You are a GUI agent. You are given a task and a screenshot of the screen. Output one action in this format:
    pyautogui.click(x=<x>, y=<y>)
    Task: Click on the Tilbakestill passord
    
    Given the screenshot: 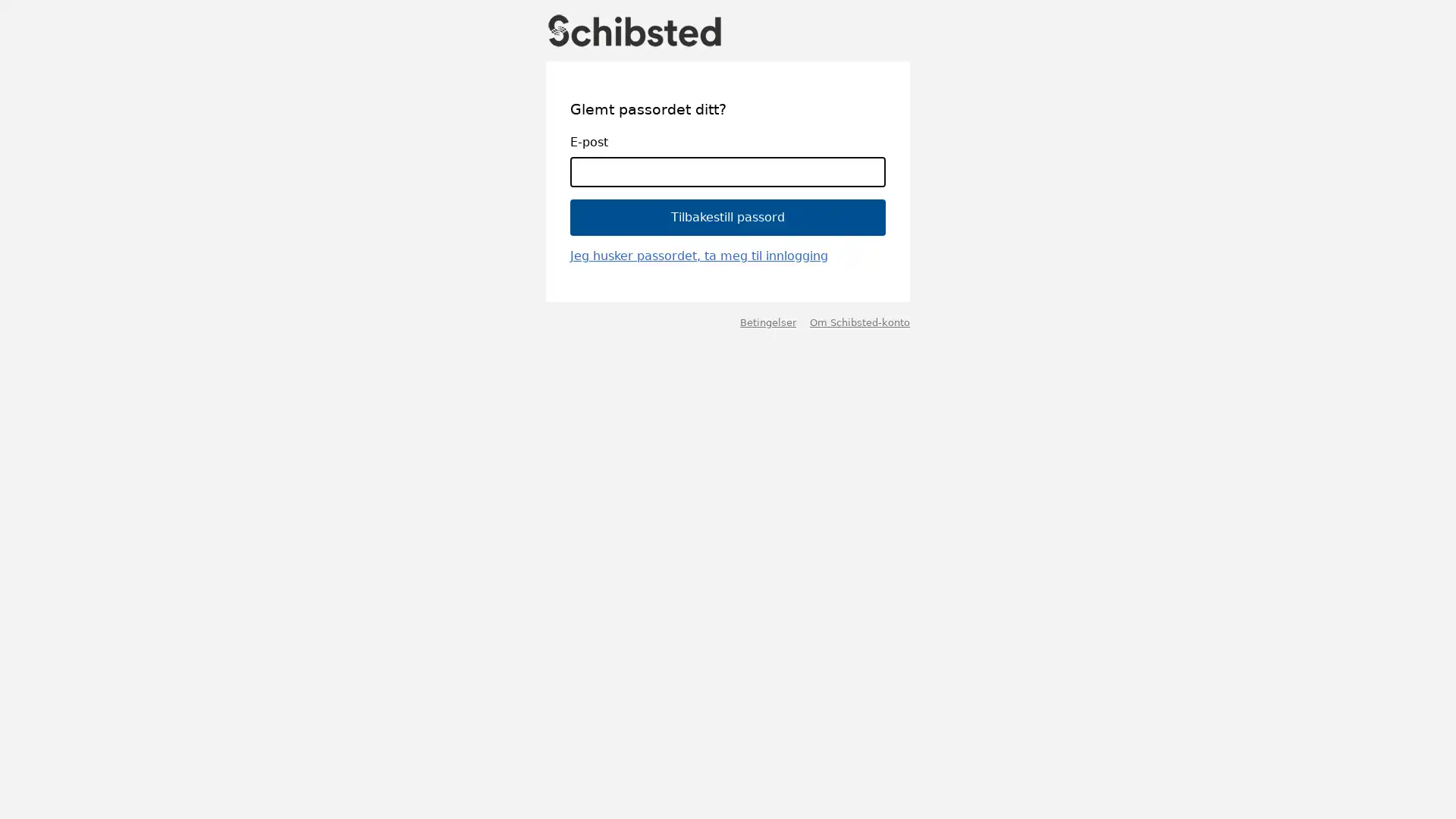 What is the action you would take?
    pyautogui.click(x=728, y=217)
    